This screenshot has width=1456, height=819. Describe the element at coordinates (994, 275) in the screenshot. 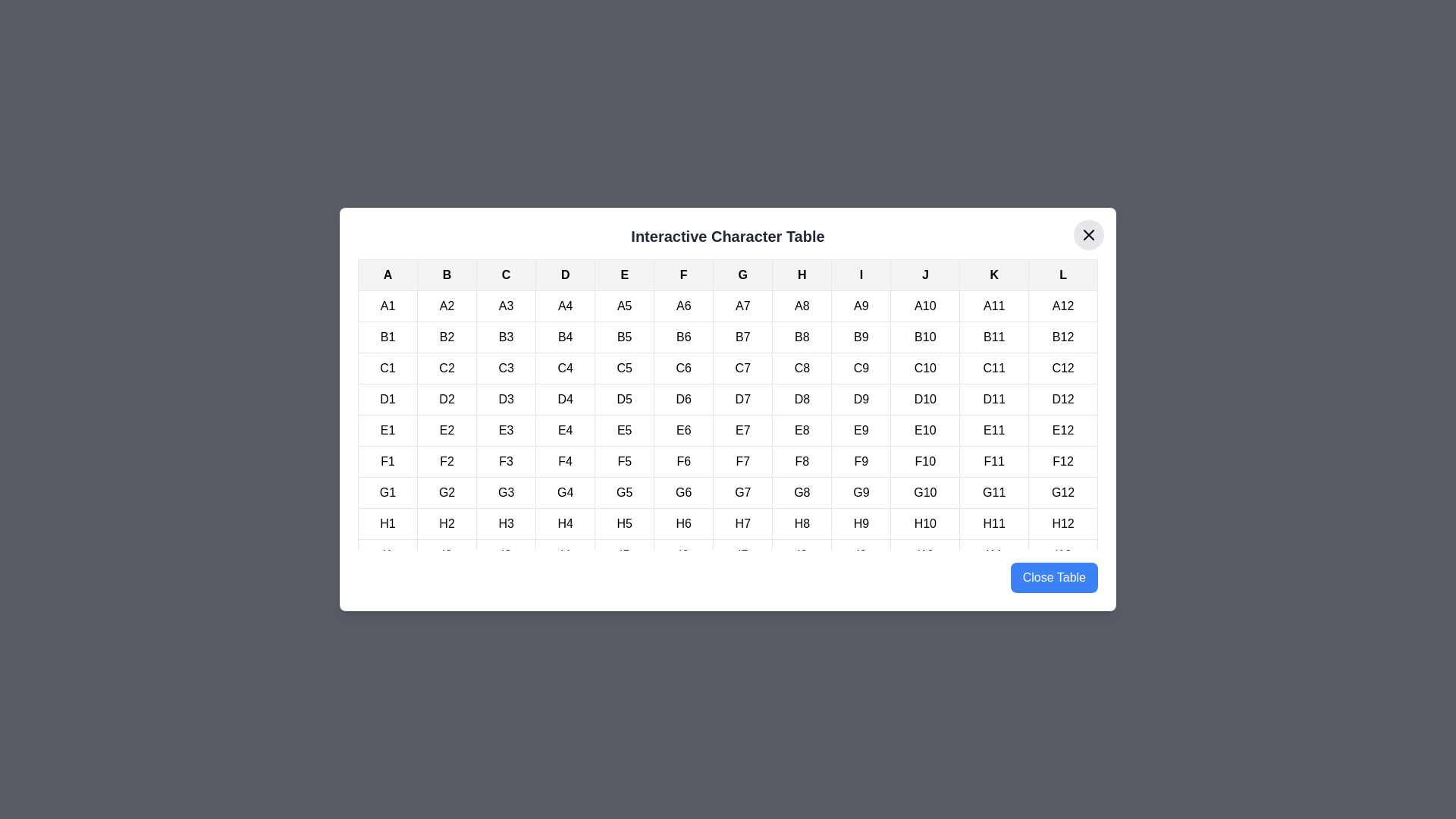

I see `the table header cell labeled K to highlight its column` at that location.